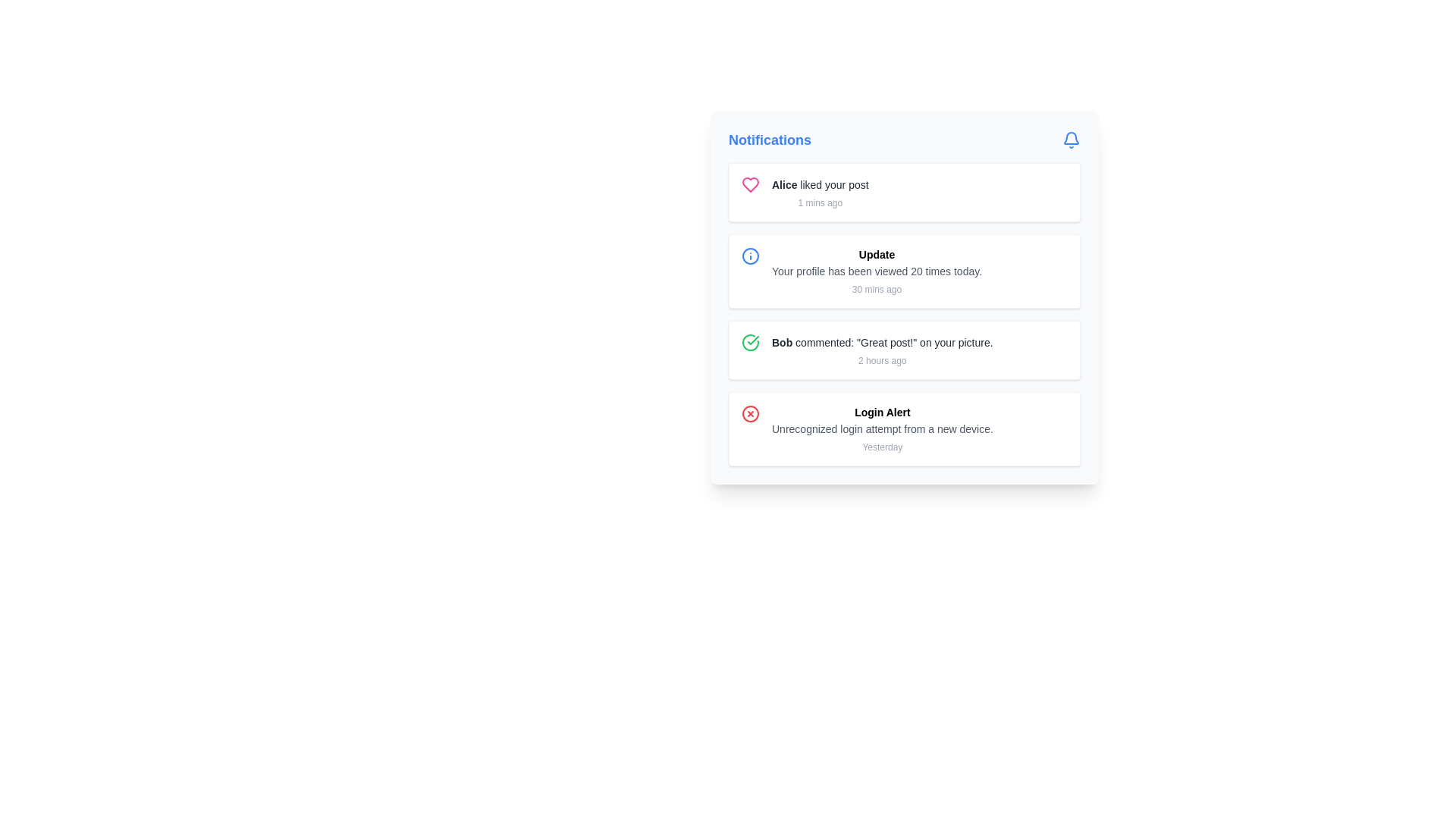  Describe the element at coordinates (882, 350) in the screenshot. I see `notification message that states 'Bob commented: "Great post!" on your picture.' It is the third notification in the notifications panel, below the 'Update' notification` at that location.